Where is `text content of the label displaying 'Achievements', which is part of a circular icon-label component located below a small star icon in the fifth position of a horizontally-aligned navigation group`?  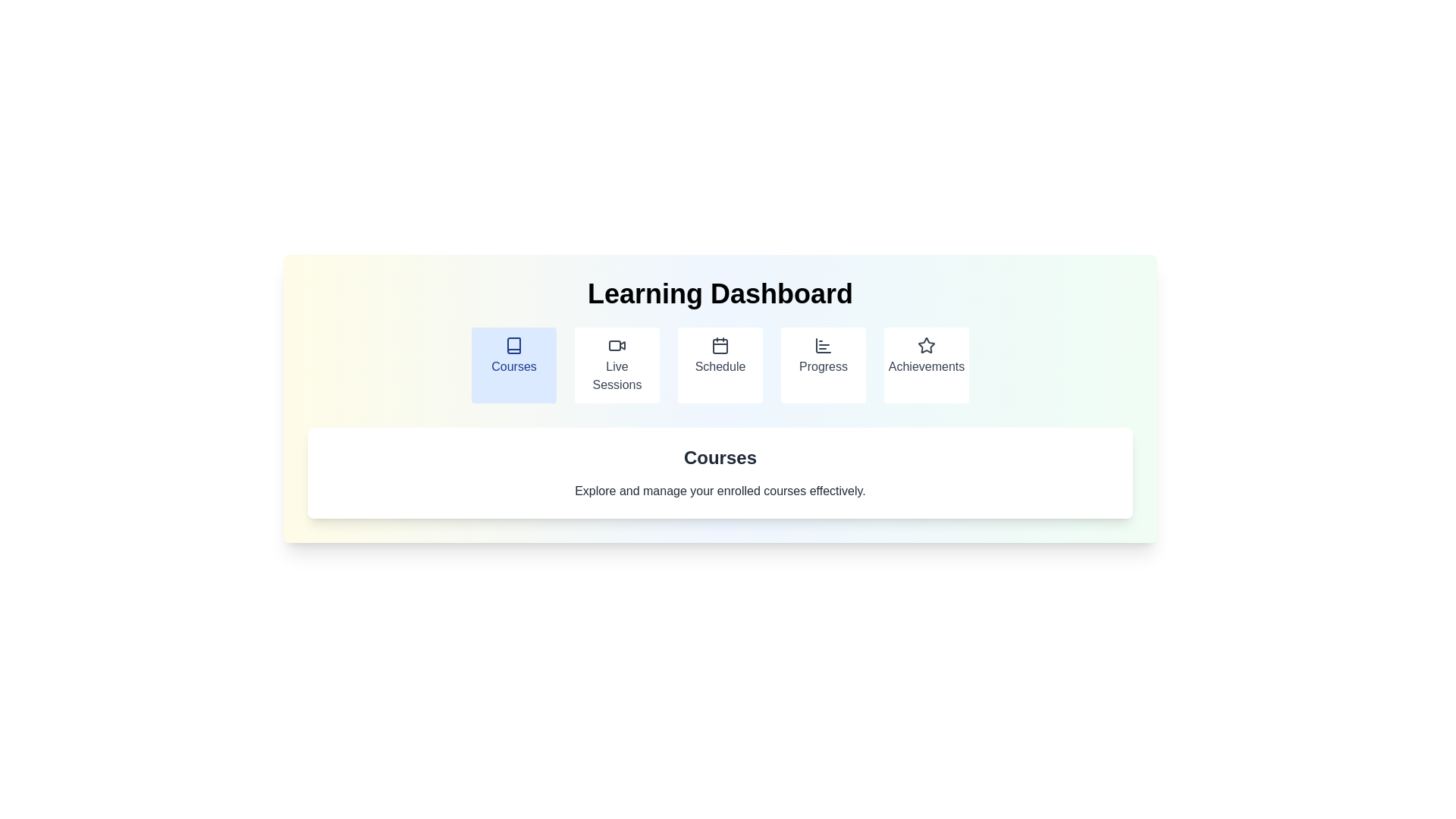 text content of the label displaying 'Achievements', which is part of a circular icon-label component located below a small star icon in the fifth position of a horizontally-aligned navigation group is located at coordinates (926, 366).